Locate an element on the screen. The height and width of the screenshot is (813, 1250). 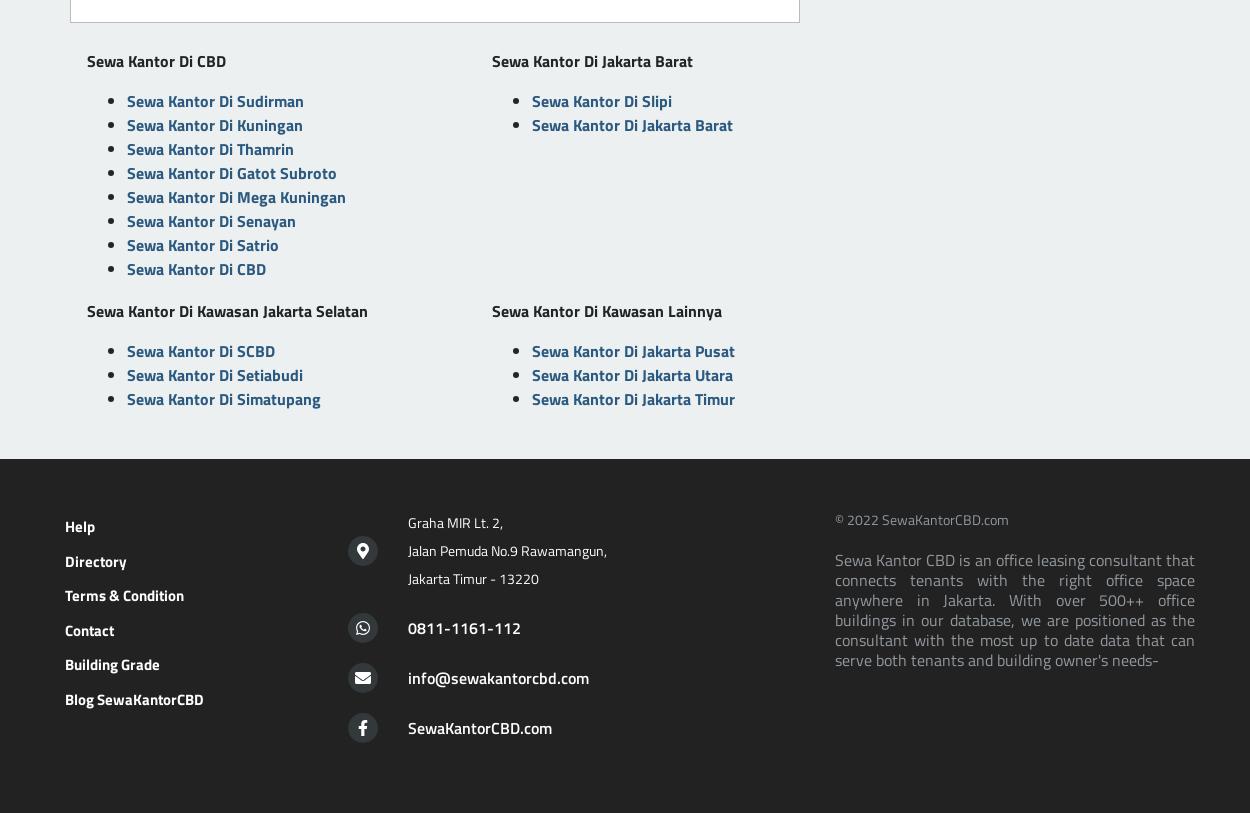
'Sewa Kantor Di Setiabudi' is located at coordinates (213, 374).